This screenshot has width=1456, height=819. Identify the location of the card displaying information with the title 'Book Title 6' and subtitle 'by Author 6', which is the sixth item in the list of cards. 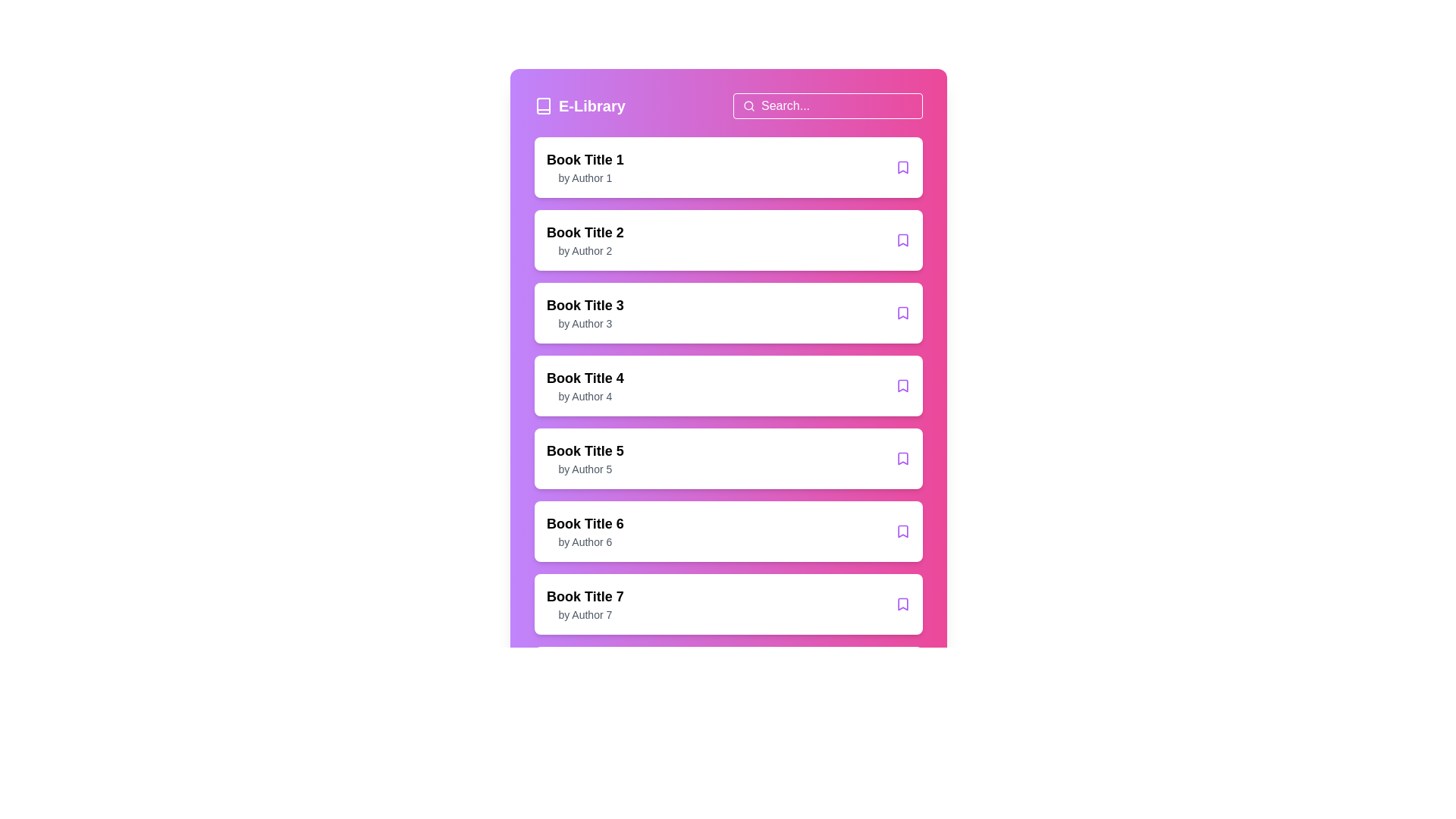
(728, 531).